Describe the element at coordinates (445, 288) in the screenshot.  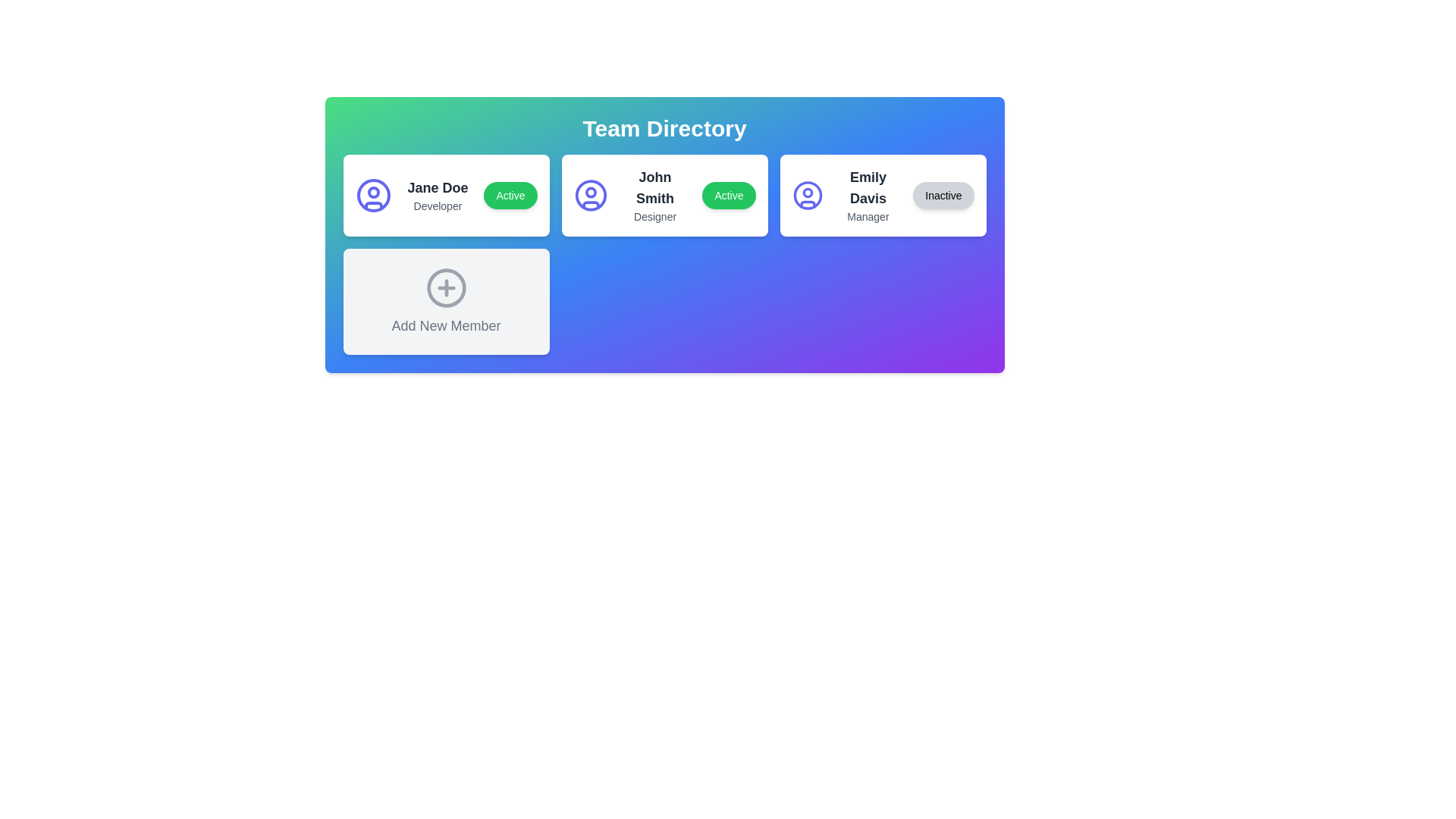
I see `the outermost SVG circle of the 'Add New Member' button icon located at the bottom left of the layout` at that location.